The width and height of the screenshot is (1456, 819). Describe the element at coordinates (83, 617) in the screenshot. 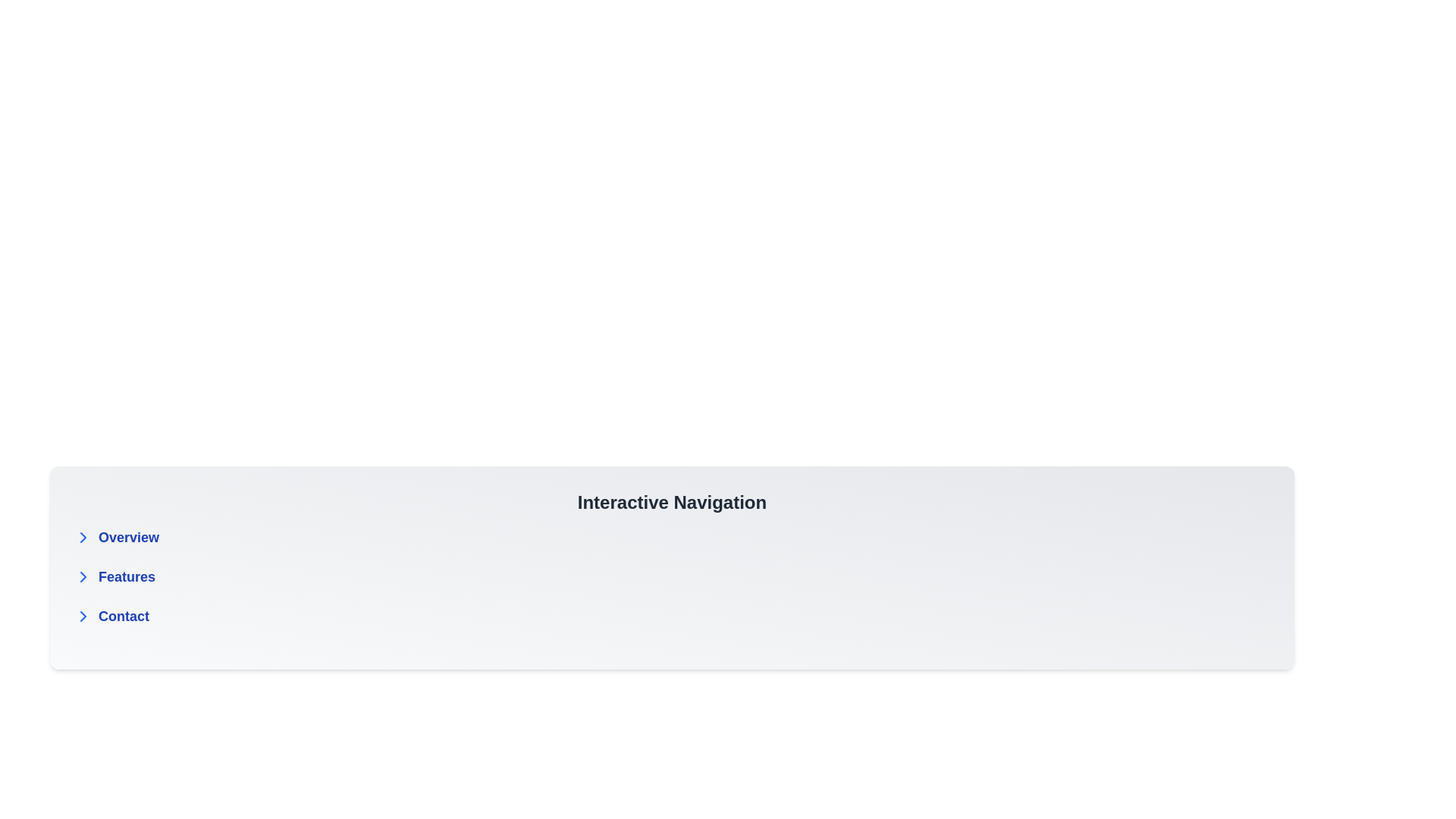

I see `the icon that indicates the 'Contact' text is clickable, located to the left of the 'Contact' label in the navigation items` at that location.